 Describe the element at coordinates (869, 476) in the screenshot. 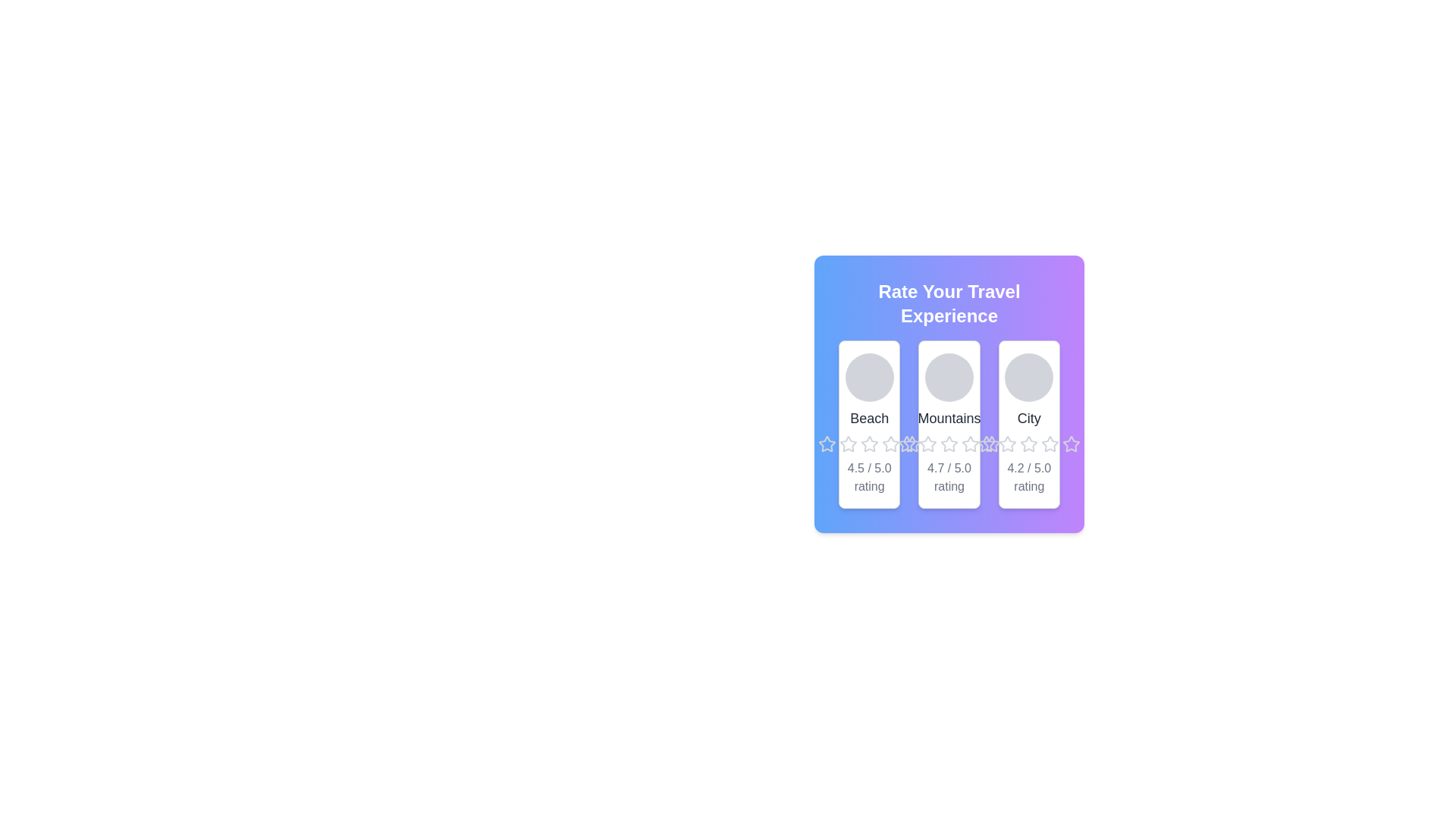

I see `the text displaying the rating value '4.5 / 5.0 rating' located at the bottom of the 'Beach' card, which is styled in light gray and appears below the star rating graphic` at that location.